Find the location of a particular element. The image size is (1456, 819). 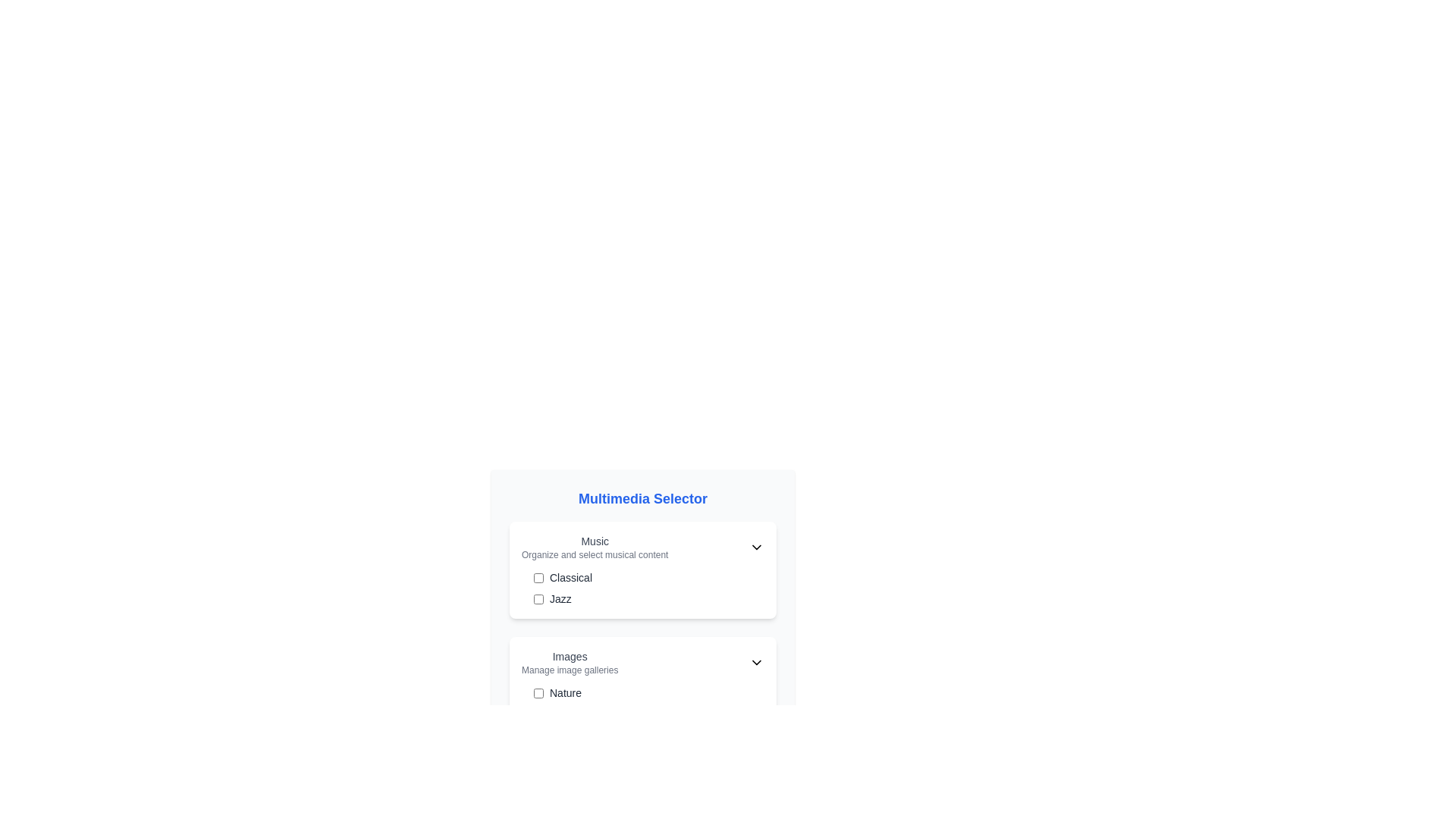

the Chevron-down icon located at the rightmost side of the 'Music' section is located at coordinates (757, 547).